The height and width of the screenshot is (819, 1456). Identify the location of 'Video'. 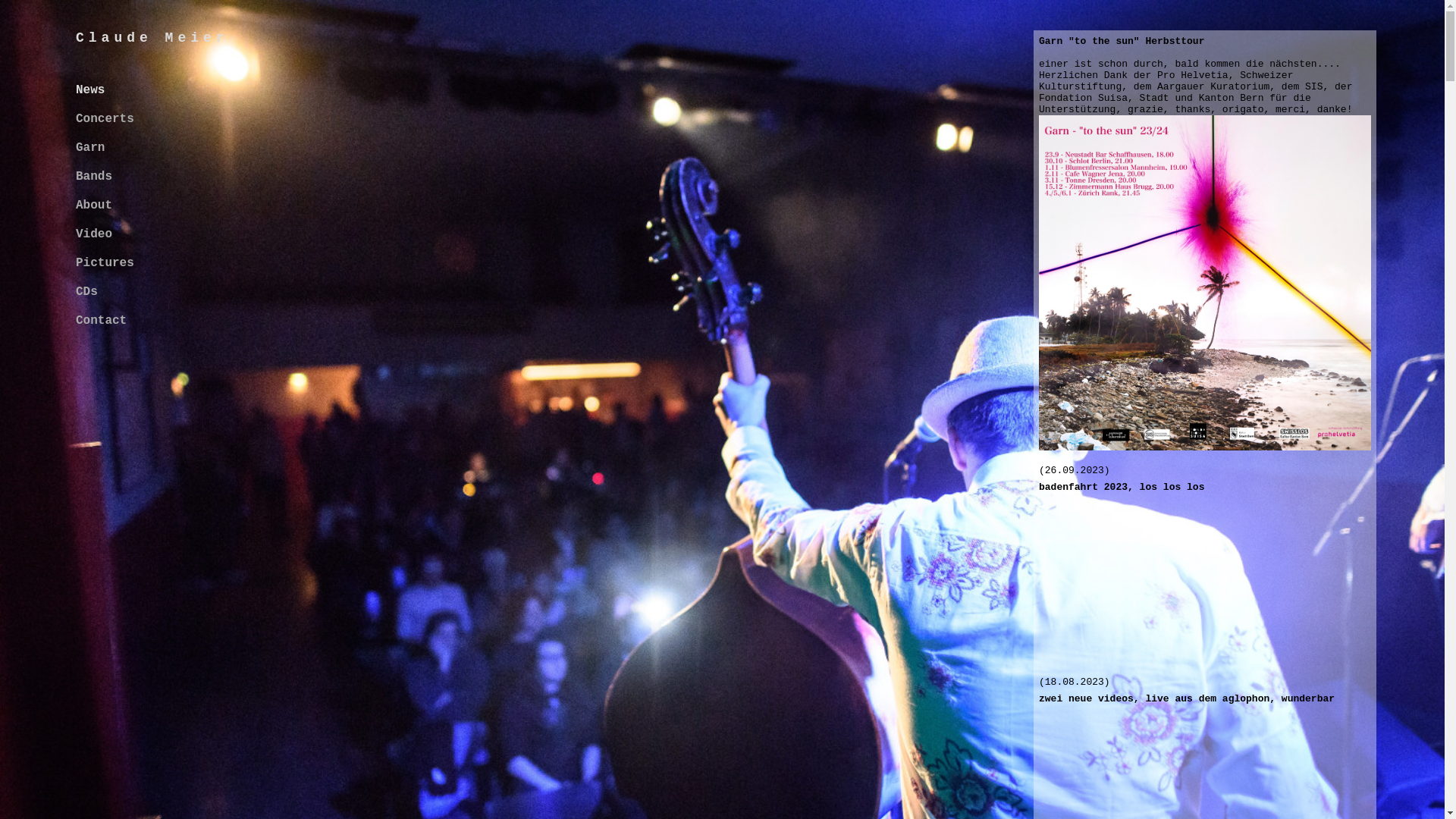
(93, 234).